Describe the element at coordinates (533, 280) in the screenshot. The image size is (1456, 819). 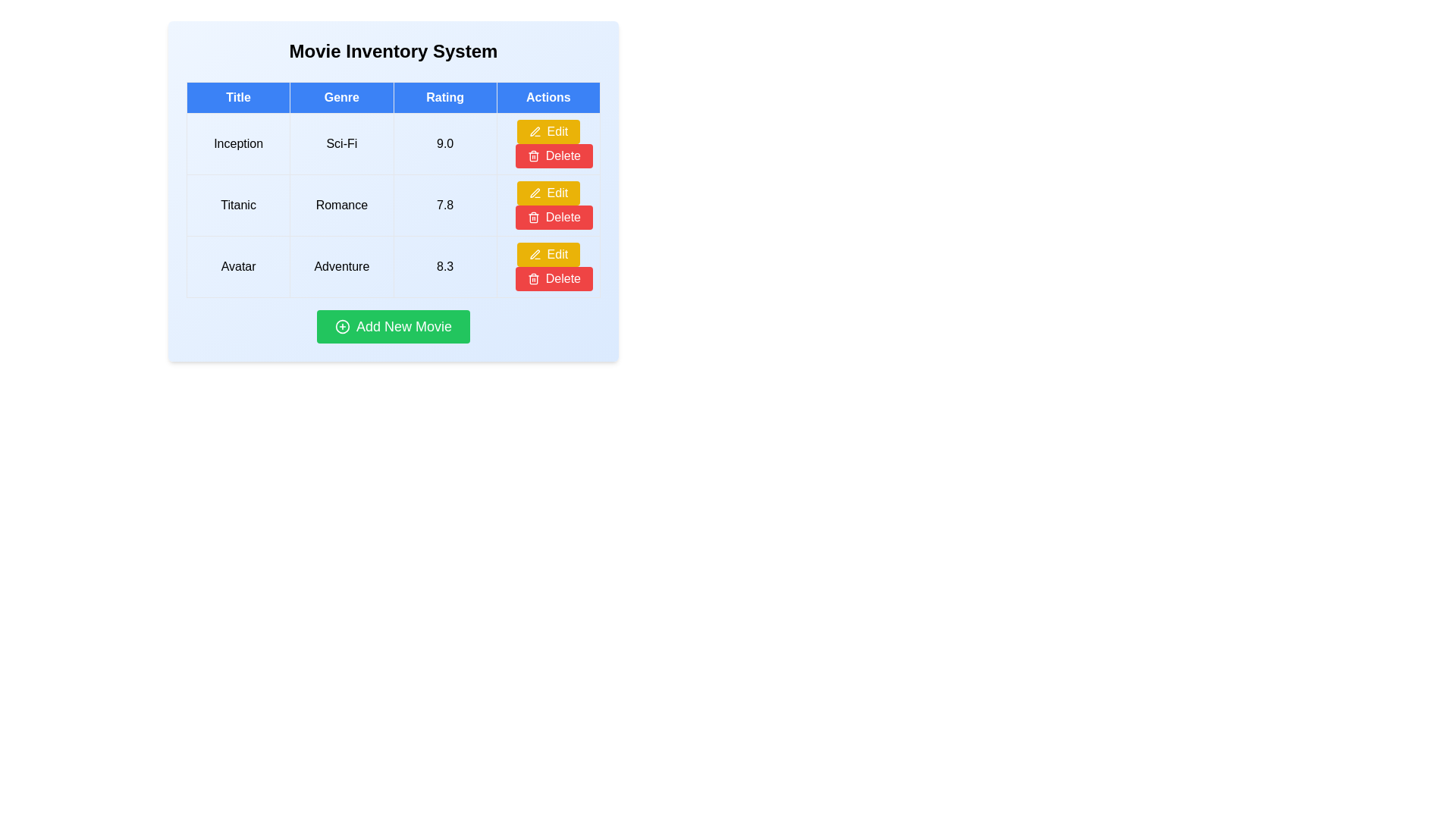
I see `the trash bin icon in the 'Actions' column of the third row in the table, which signifies a delete action` at that location.